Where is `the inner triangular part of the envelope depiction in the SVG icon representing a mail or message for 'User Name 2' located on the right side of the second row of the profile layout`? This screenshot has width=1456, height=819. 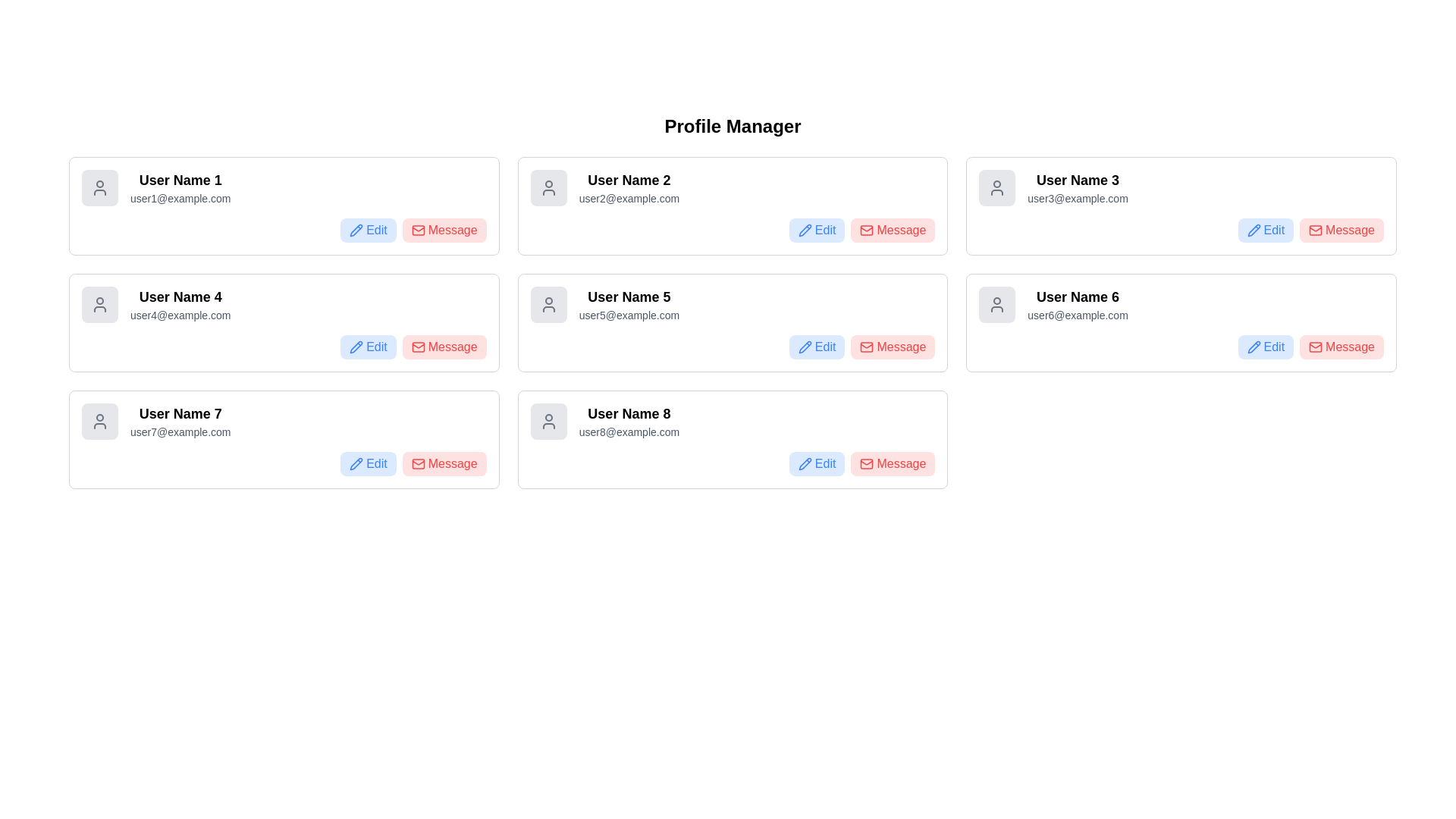 the inner triangular part of the envelope depiction in the SVG icon representing a mail or message for 'User Name 2' located on the right side of the second row of the profile layout is located at coordinates (867, 346).